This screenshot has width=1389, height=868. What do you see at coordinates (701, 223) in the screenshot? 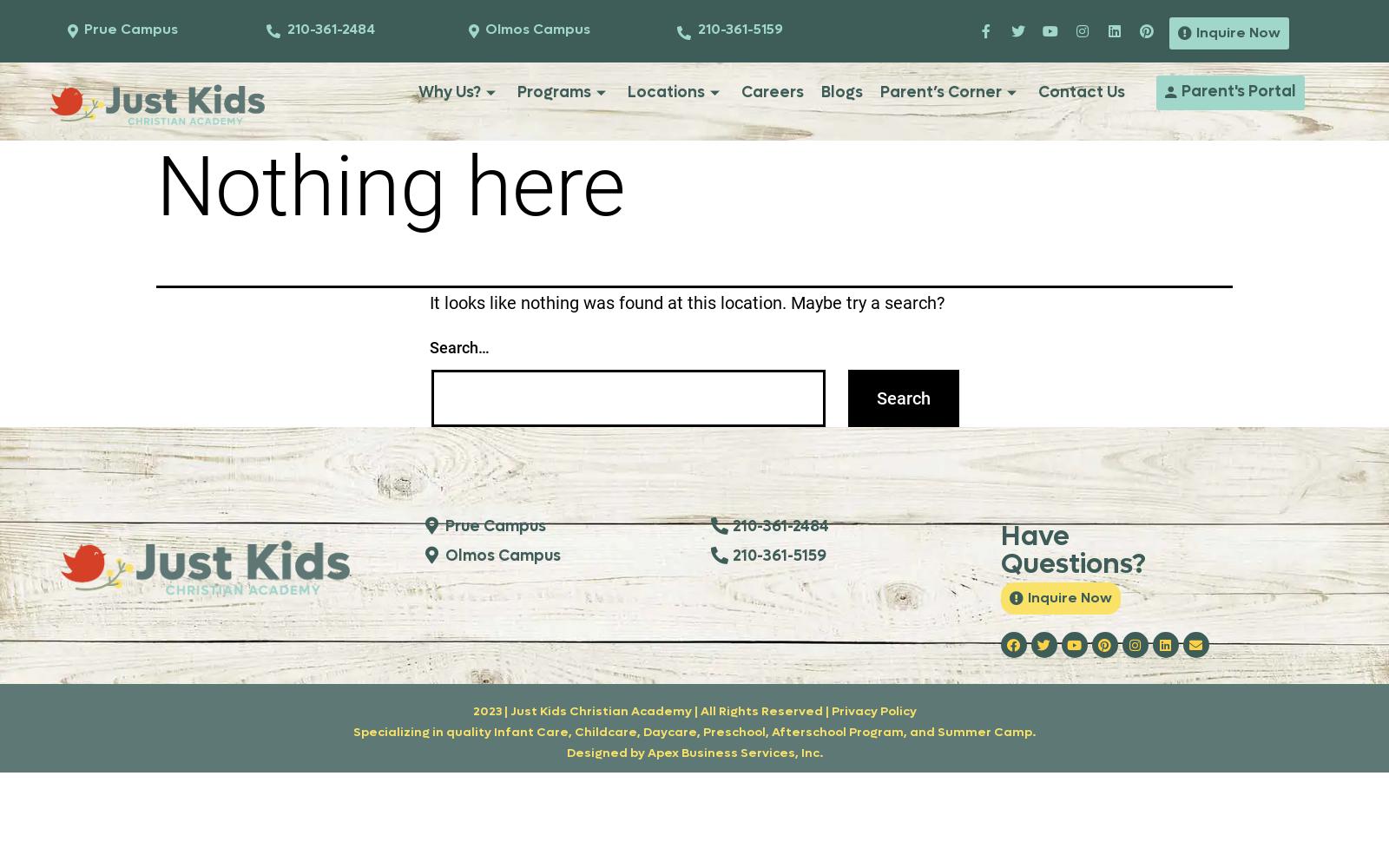
I see `'Contact Prue Campus'` at bounding box center [701, 223].